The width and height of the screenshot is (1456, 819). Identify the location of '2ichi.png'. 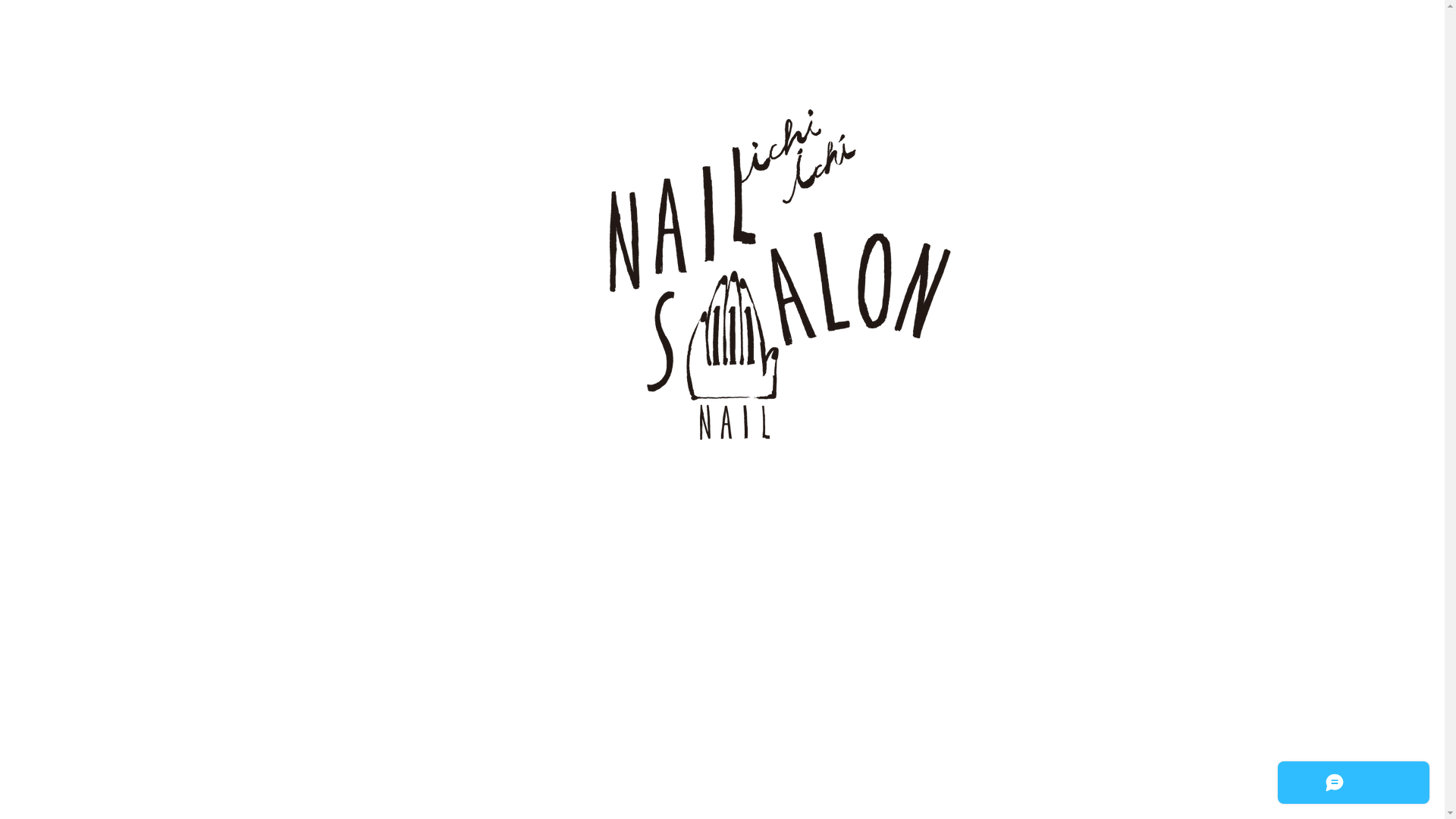
(721, 299).